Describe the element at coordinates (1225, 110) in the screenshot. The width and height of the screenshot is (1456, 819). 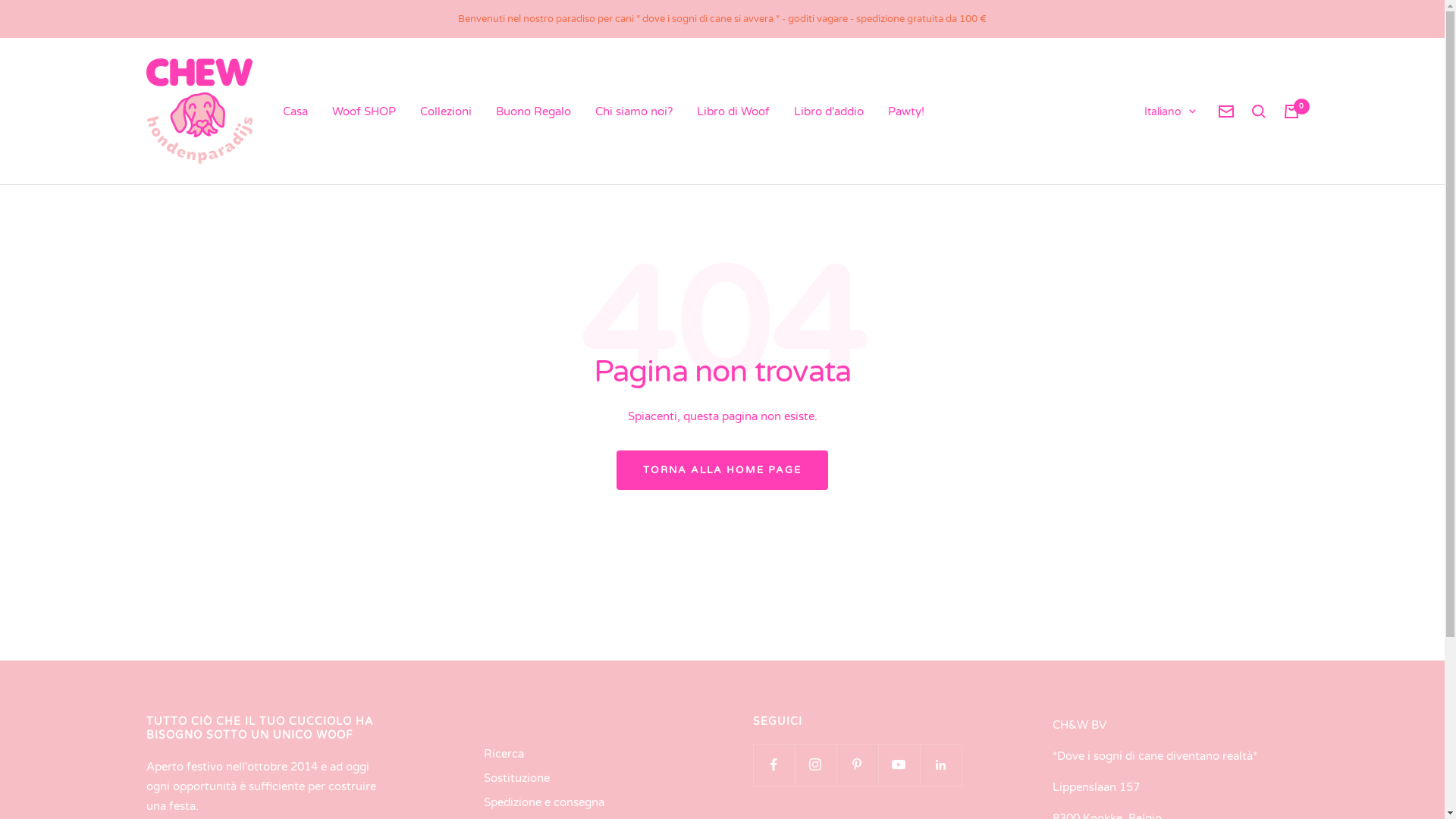
I see `'Newsletter'` at that location.